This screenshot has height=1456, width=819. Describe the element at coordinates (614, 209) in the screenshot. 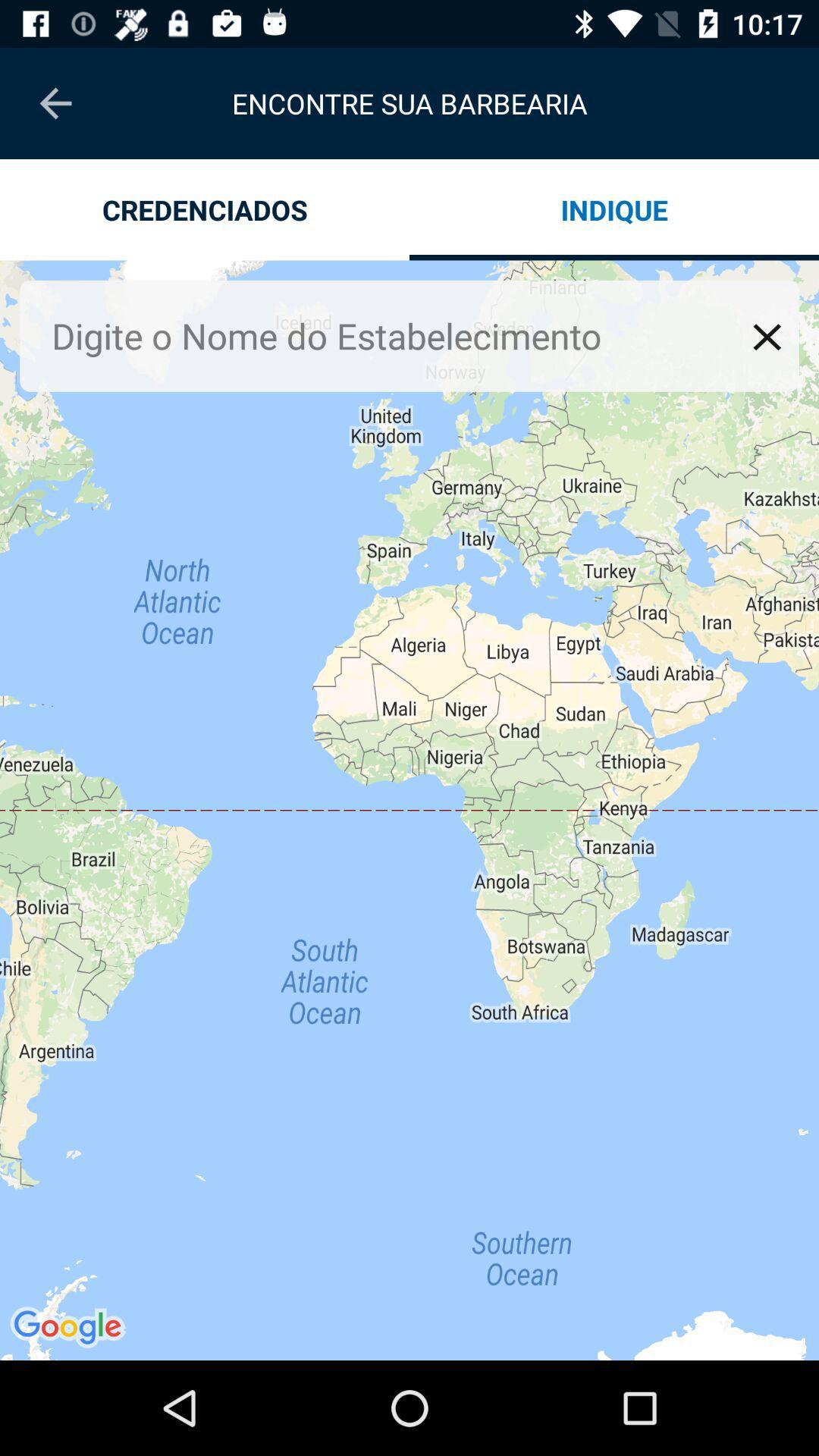

I see `the icon to the right of the credenciados icon` at that location.